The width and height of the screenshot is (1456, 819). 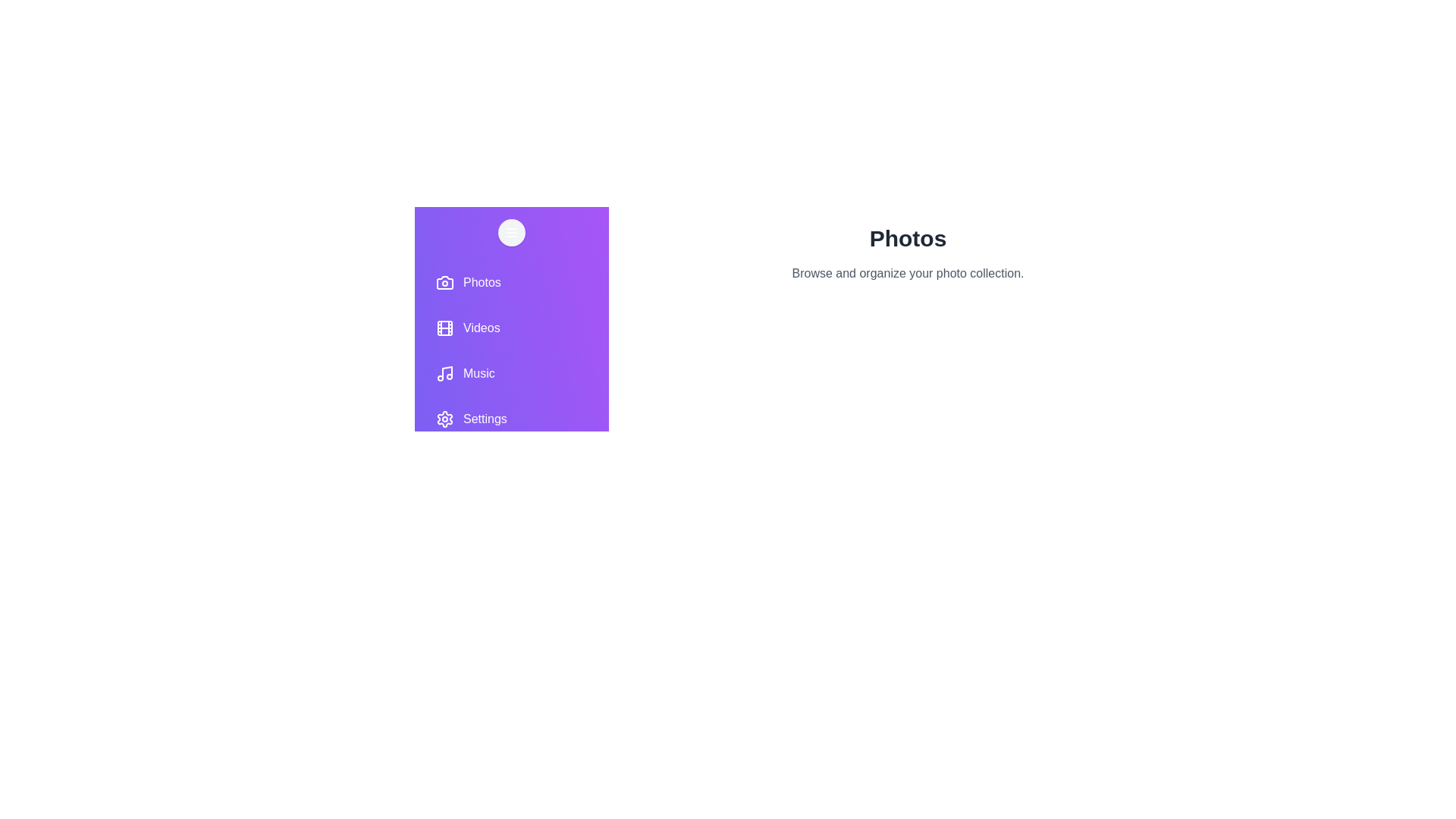 What do you see at coordinates (512, 374) in the screenshot?
I see `the Music tab to view its contents` at bounding box center [512, 374].